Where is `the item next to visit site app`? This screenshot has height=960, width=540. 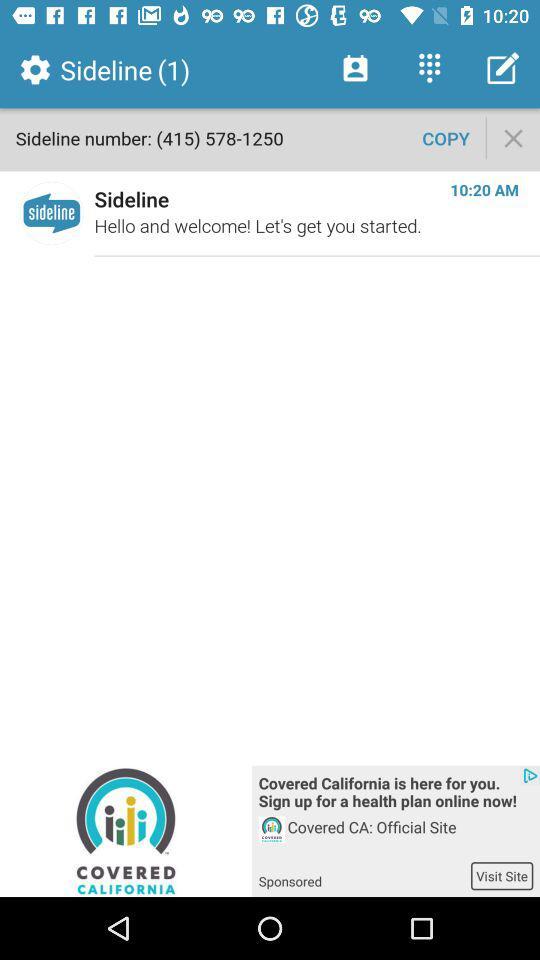 the item next to visit site app is located at coordinates (363, 874).